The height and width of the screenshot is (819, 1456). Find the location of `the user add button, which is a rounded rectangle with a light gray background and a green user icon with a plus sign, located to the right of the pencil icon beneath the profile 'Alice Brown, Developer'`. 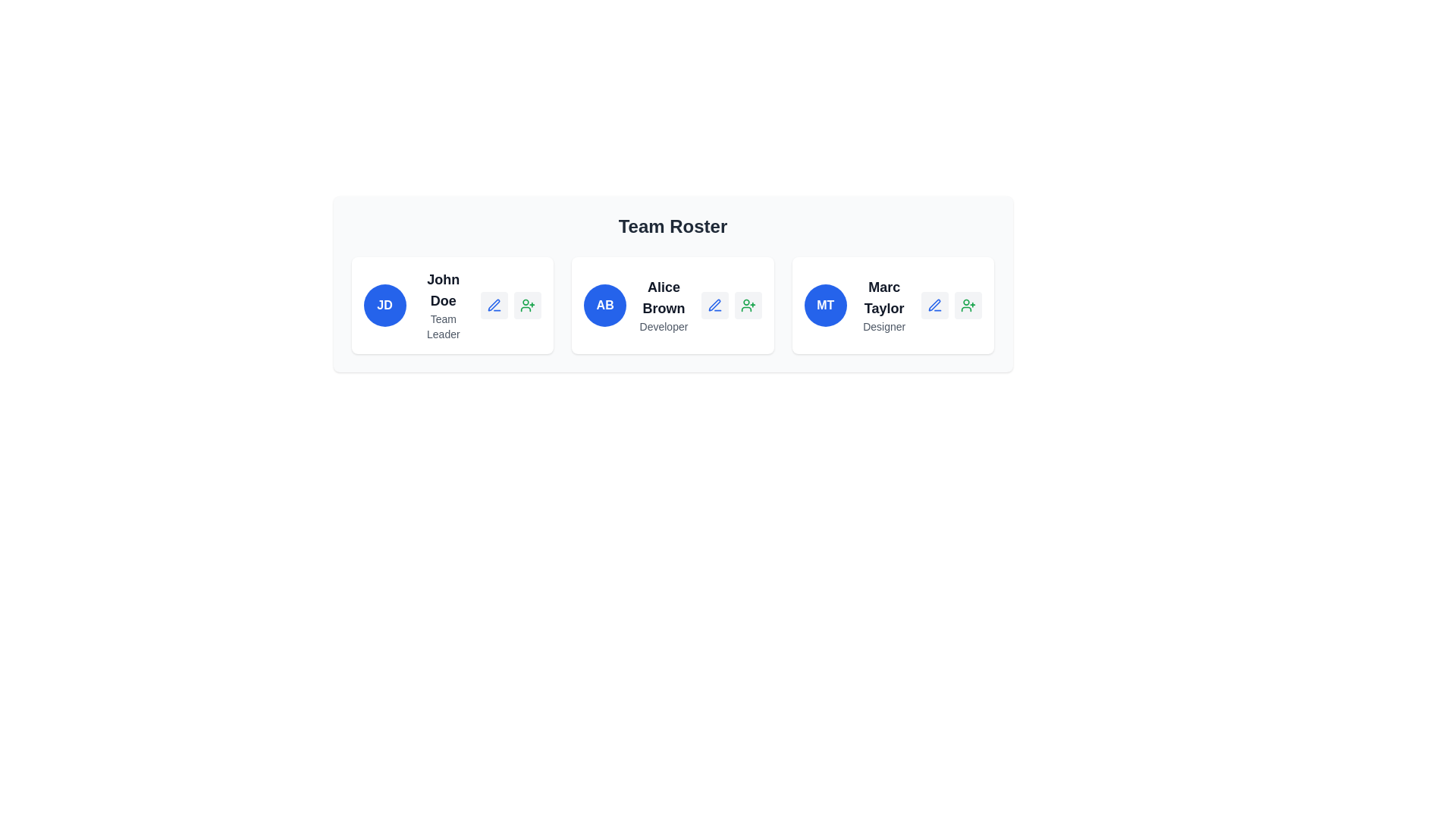

the user add button, which is a rounded rectangle with a light gray background and a green user icon with a plus sign, located to the right of the pencil icon beneath the profile 'Alice Brown, Developer' is located at coordinates (748, 305).